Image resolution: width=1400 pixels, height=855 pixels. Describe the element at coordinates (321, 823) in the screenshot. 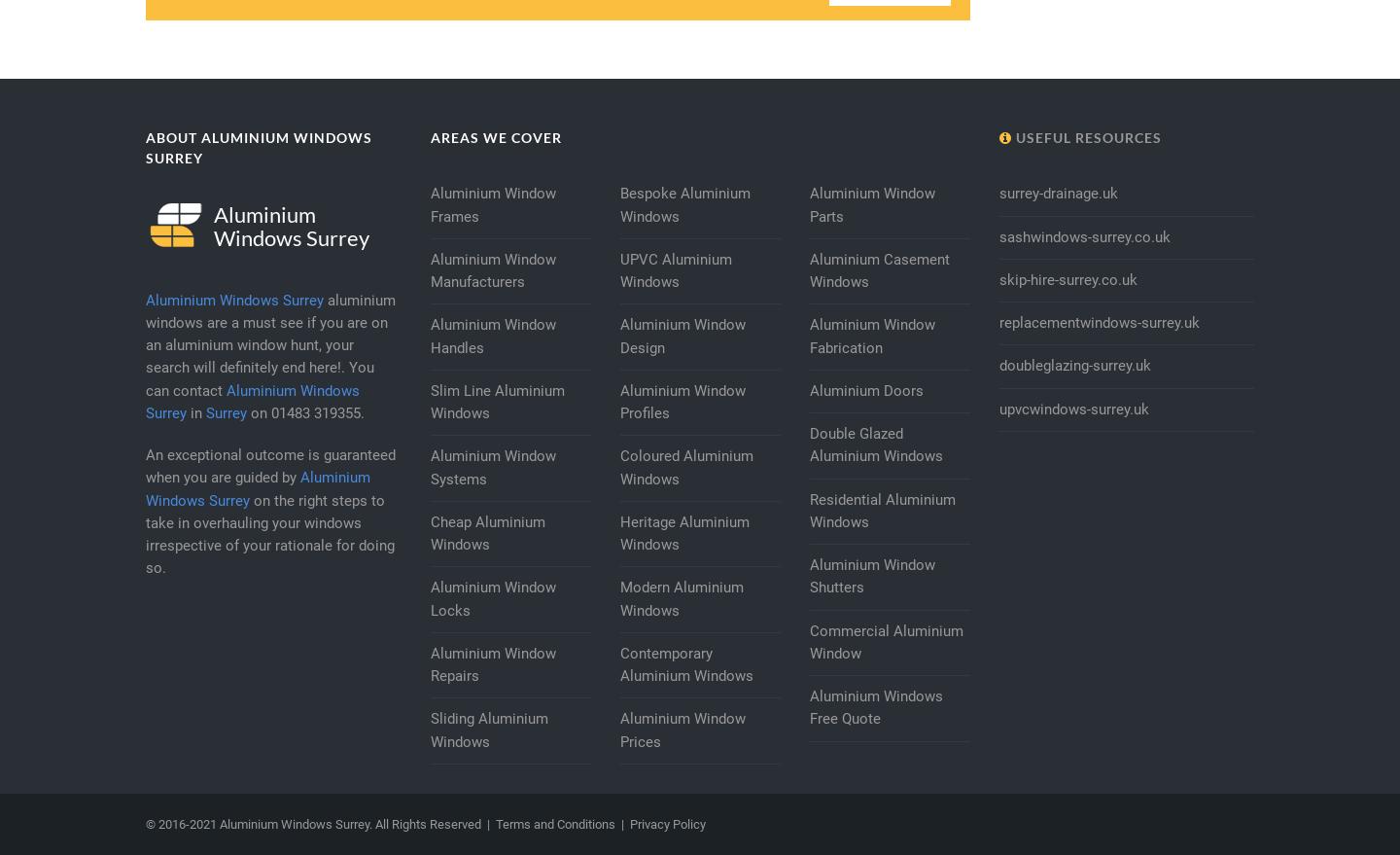

I see `'© 2016-2021 Aluminium Windows Surrey. All Rights Reserved  |'` at that location.